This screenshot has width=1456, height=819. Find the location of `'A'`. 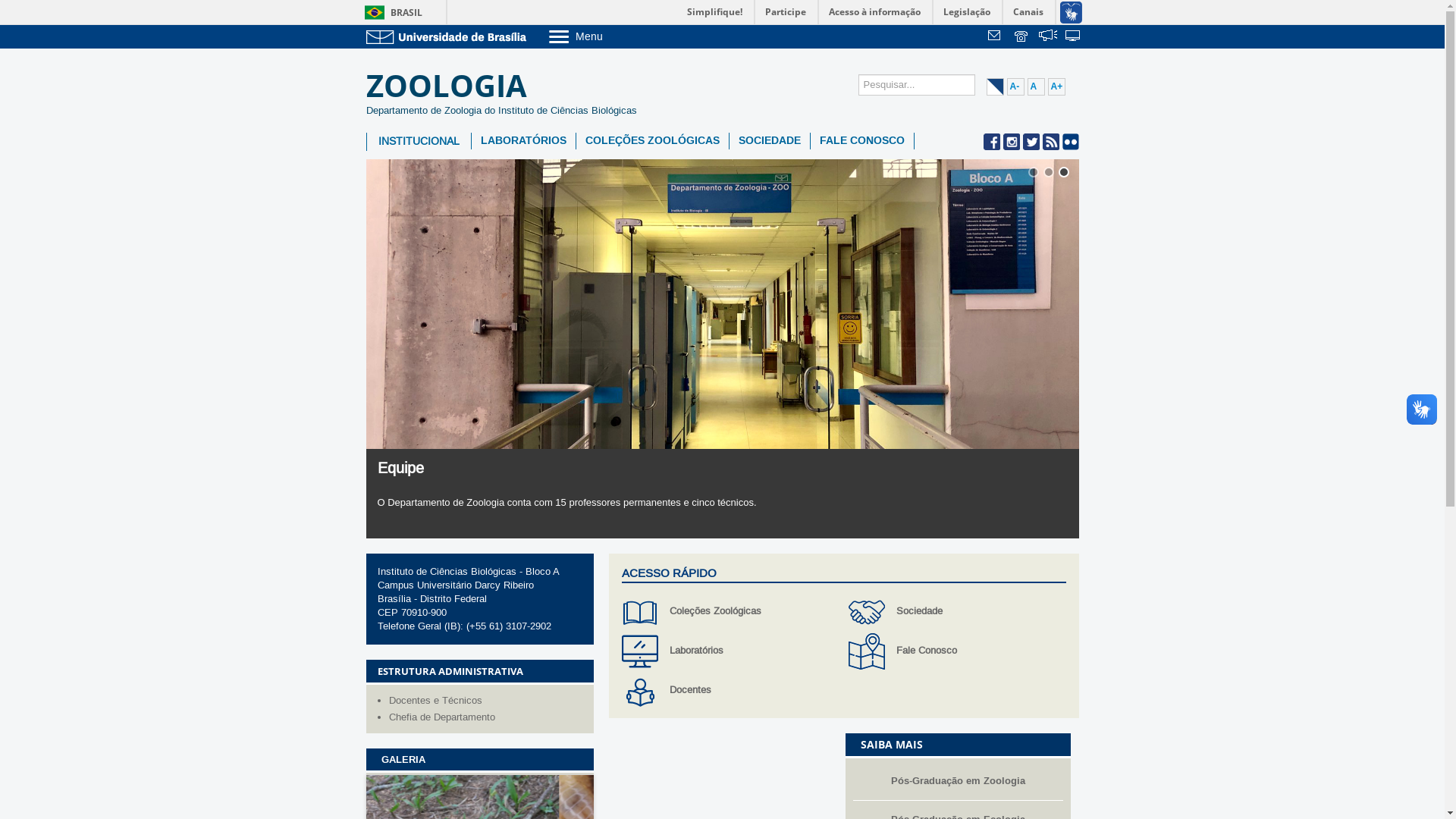

'A' is located at coordinates (1026, 86).